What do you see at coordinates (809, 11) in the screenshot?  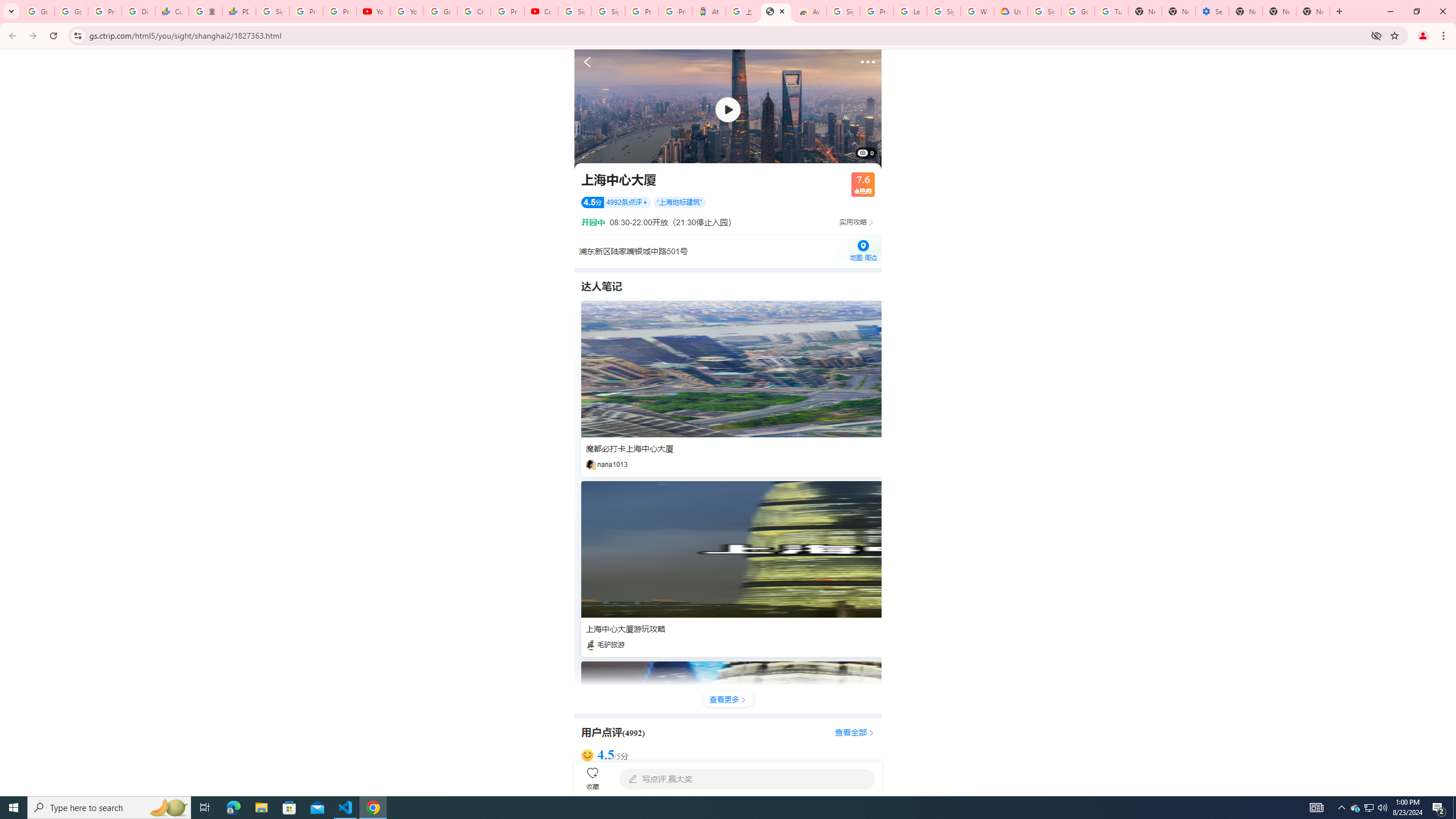 I see `'Awesome Screen Recorder & Screenshot - Chrome Web Store'` at bounding box center [809, 11].